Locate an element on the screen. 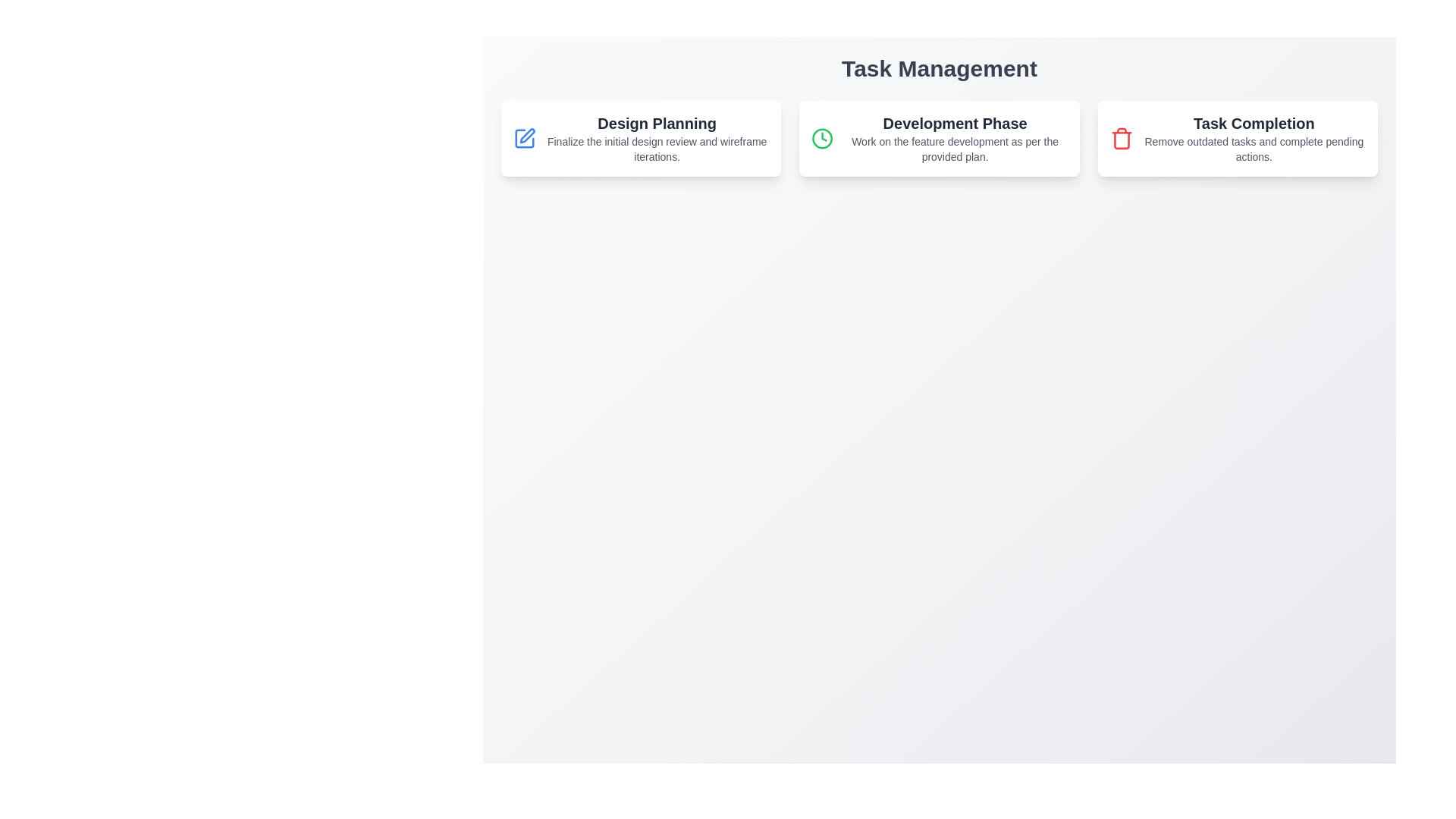 The image size is (1456, 819). the 'Task Completion' text display block, which includes a bold title and descriptive text, located on the right side of the row of three cards is located at coordinates (1254, 138).